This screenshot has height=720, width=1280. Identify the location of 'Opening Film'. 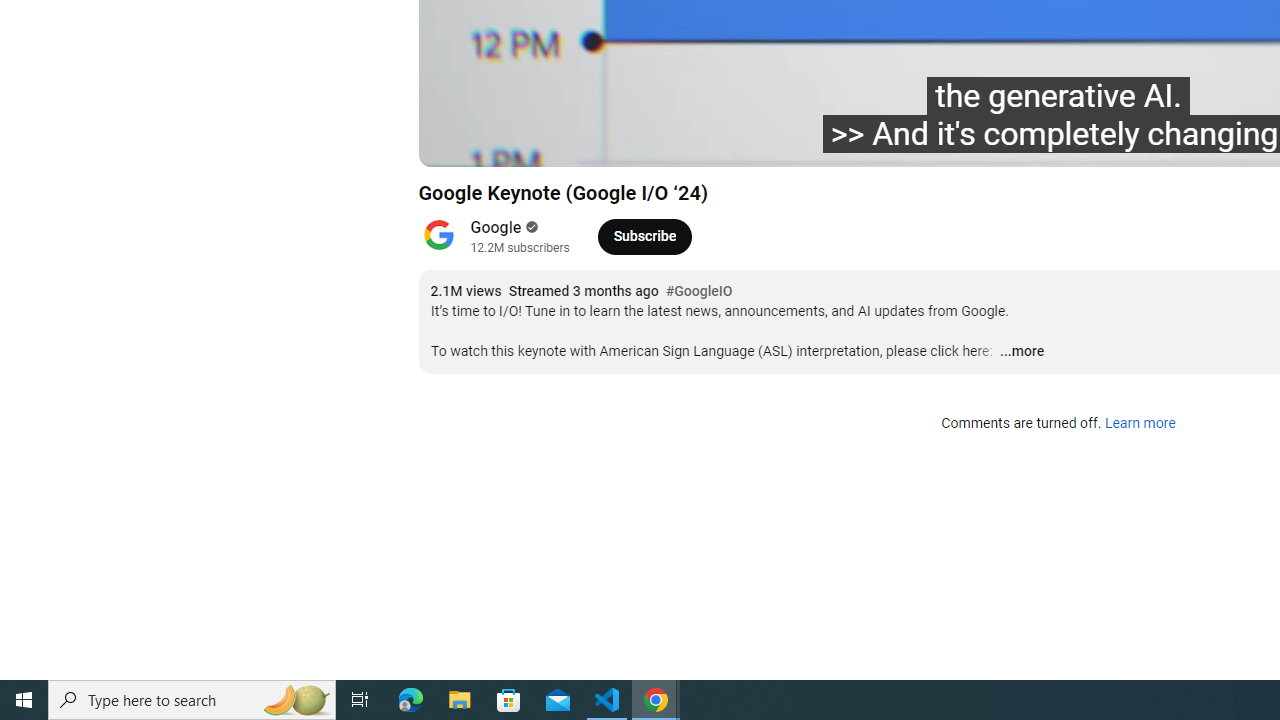
(762, 141).